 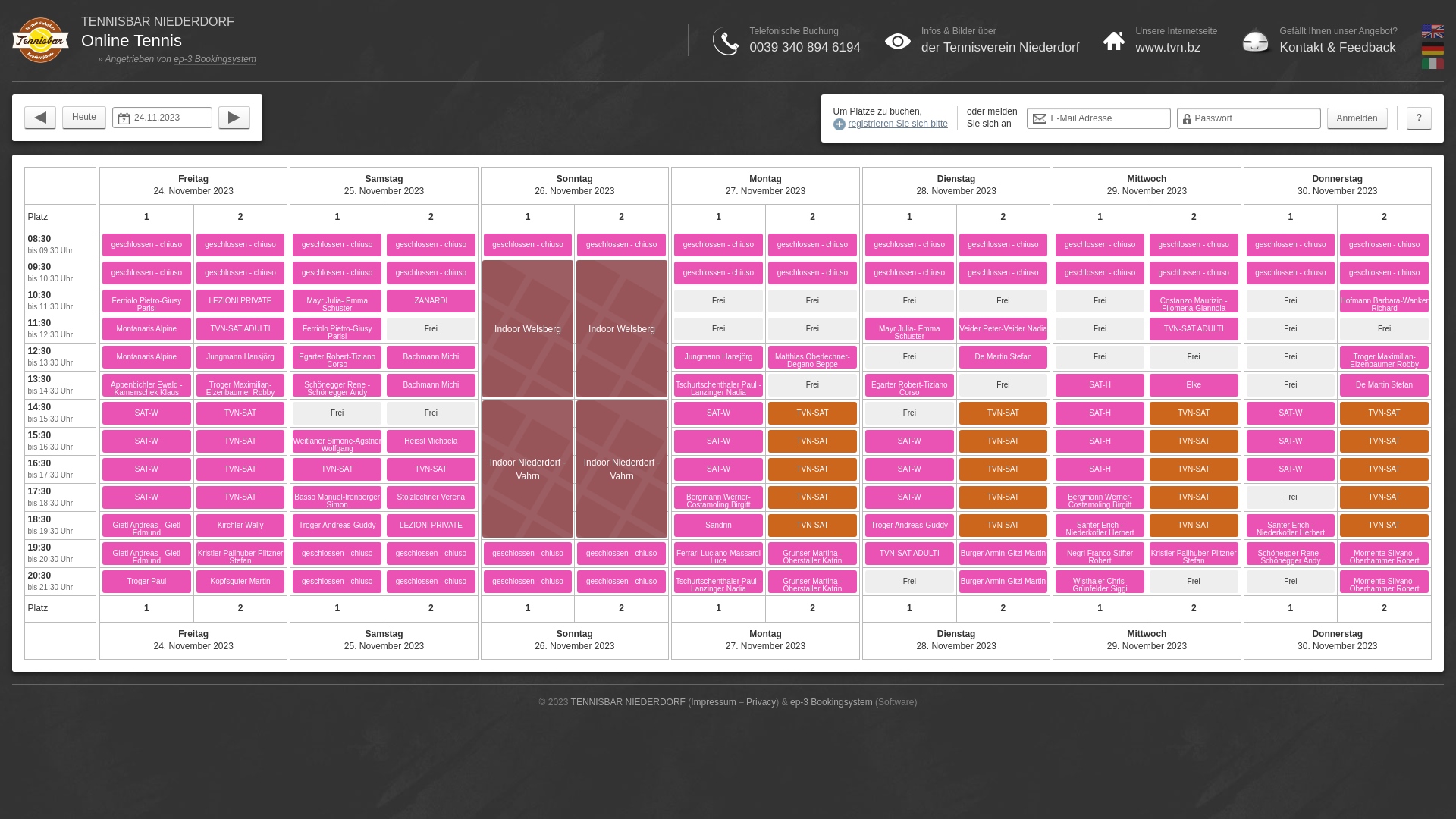 What do you see at coordinates (430, 384) in the screenshot?
I see `'Bachmann Michi'` at bounding box center [430, 384].